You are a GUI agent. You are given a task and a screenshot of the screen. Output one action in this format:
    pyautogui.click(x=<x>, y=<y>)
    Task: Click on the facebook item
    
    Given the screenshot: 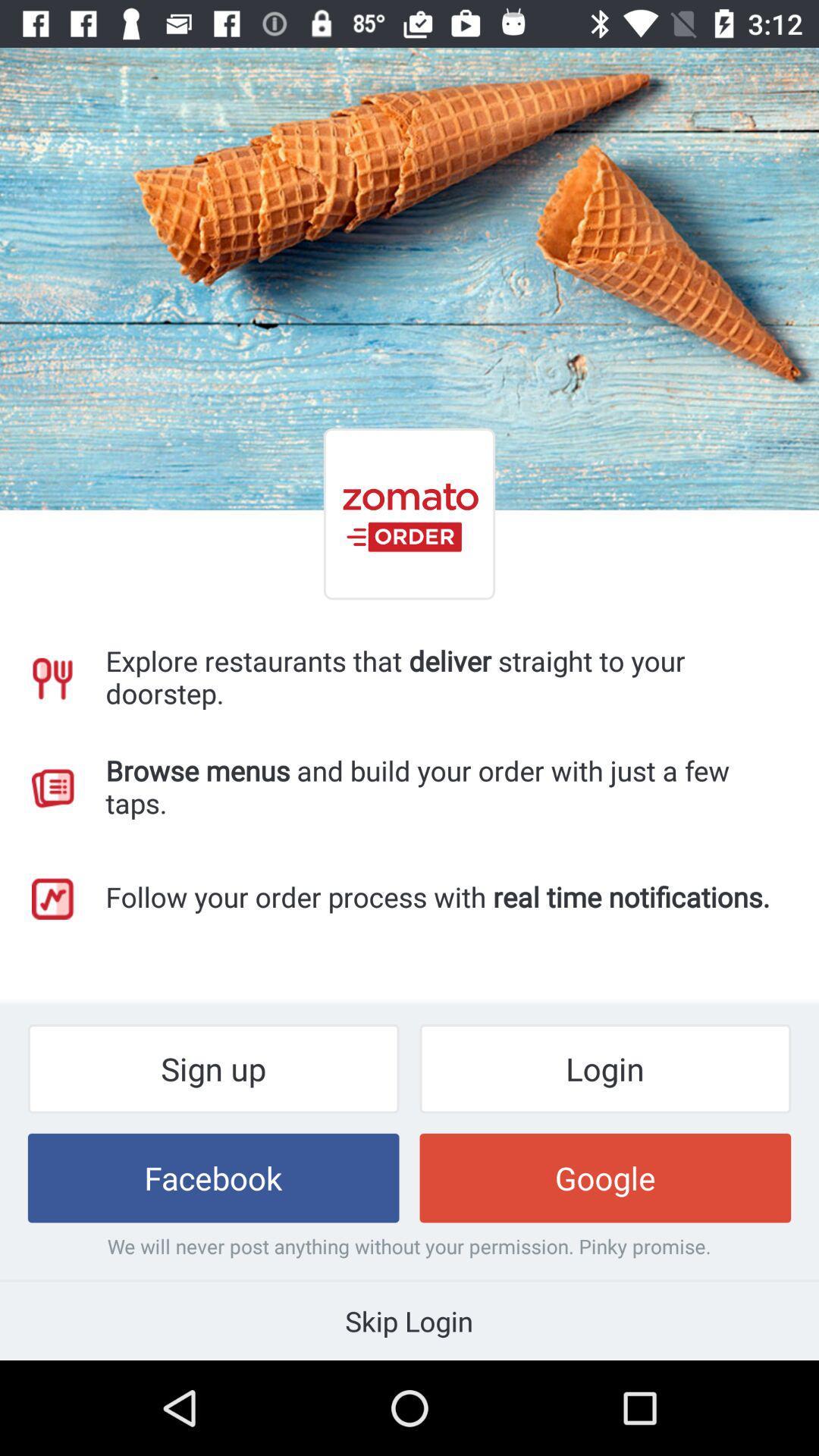 What is the action you would take?
    pyautogui.click(x=213, y=1177)
    